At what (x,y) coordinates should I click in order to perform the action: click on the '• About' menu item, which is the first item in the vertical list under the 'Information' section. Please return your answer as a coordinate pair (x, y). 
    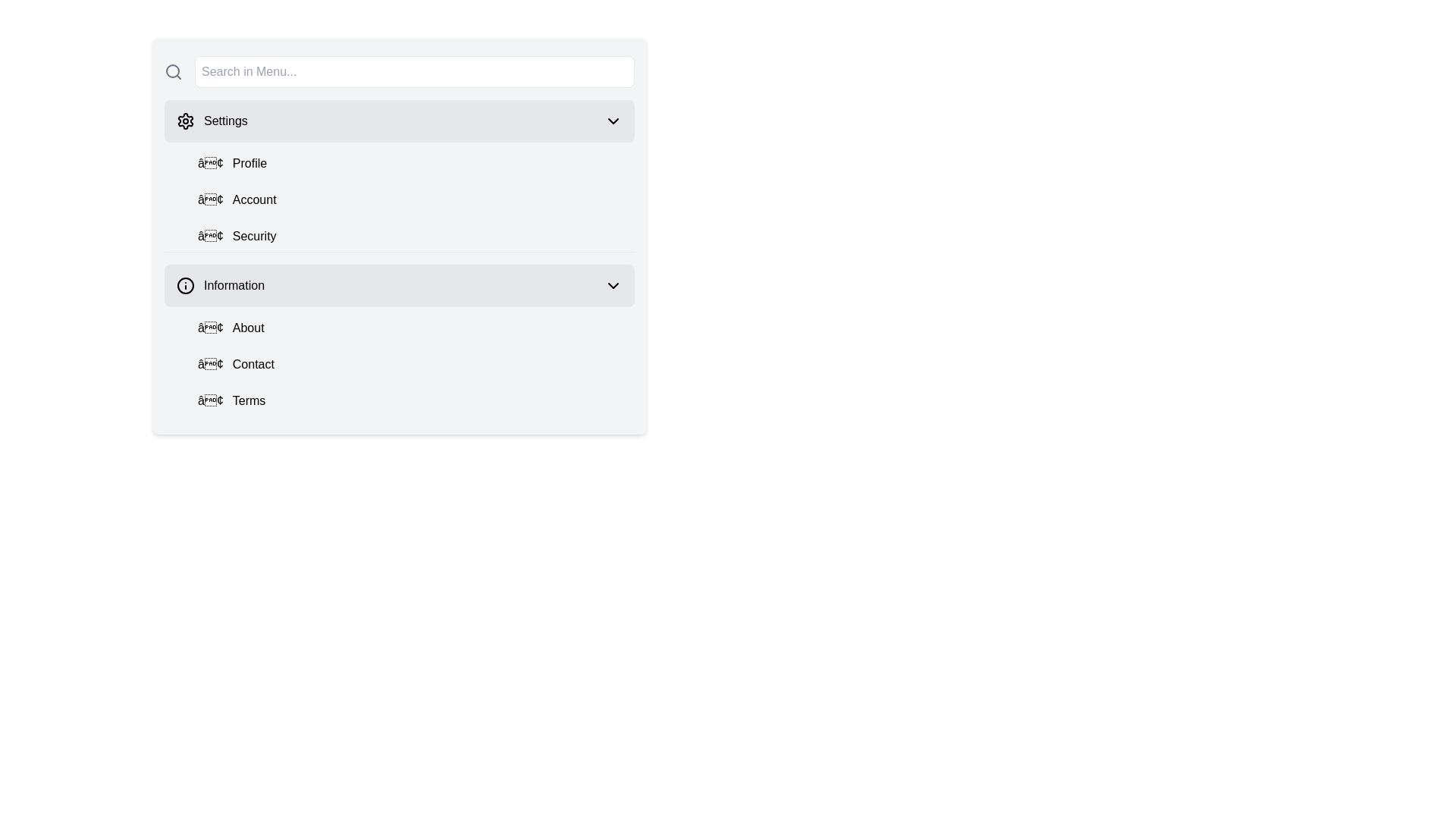
    Looking at the image, I should click on (400, 327).